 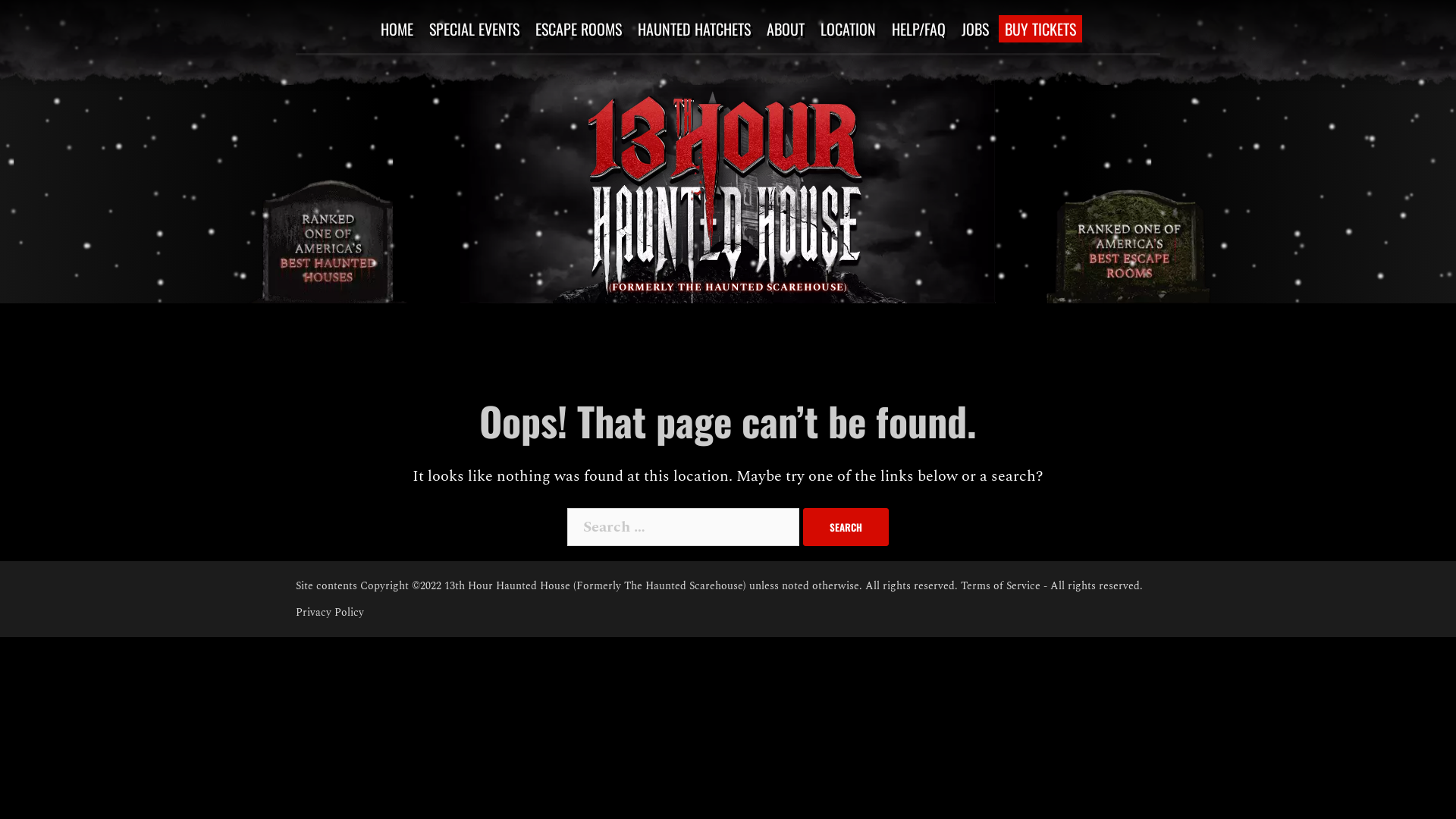 What do you see at coordinates (975, 29) in the screenshot?
I see `'JOBS'` at bounding box center [975, 29].